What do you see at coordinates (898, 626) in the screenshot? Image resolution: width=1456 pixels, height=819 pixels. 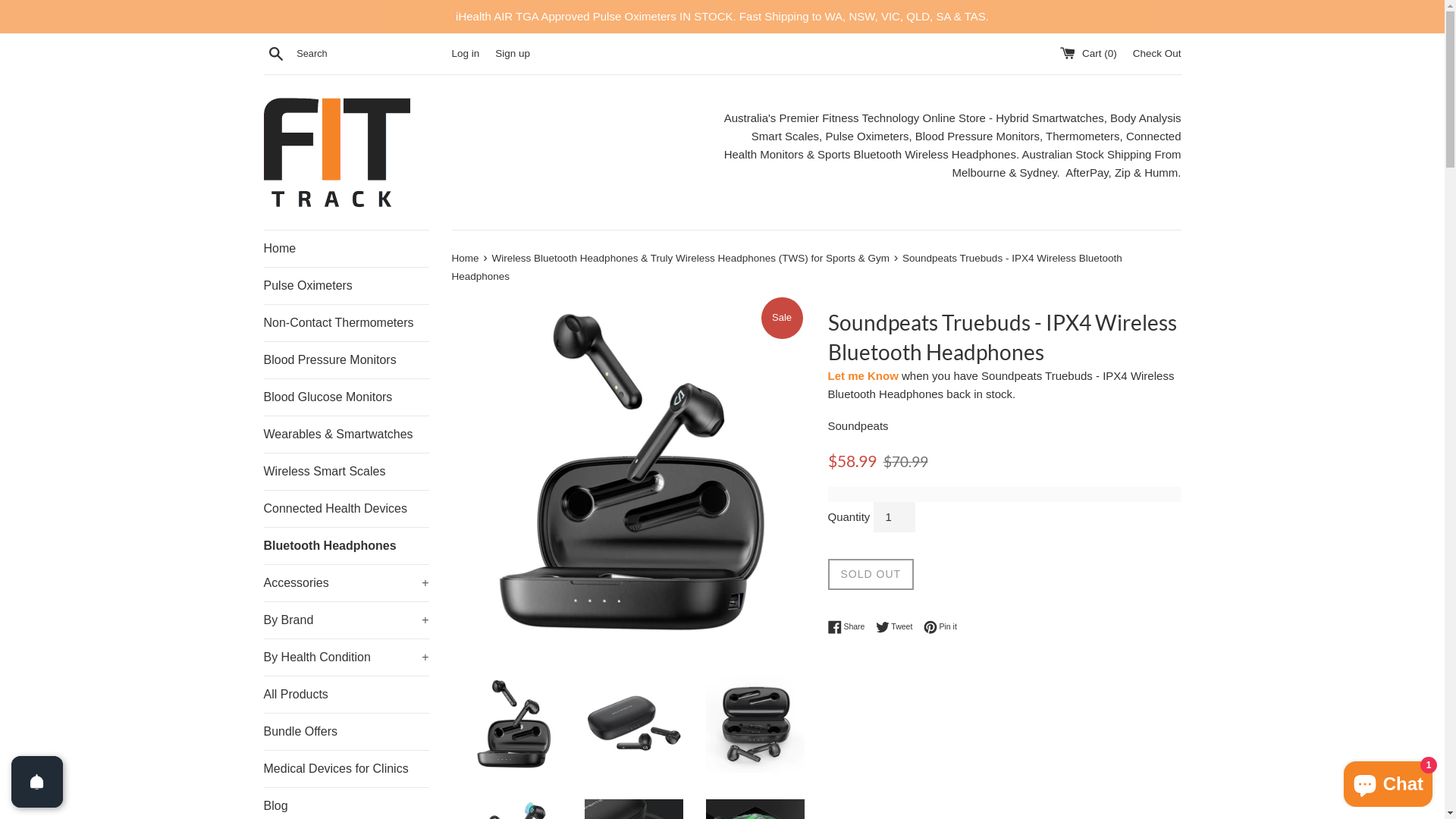 I see `'Tweet` at bounding box center [898, 626].